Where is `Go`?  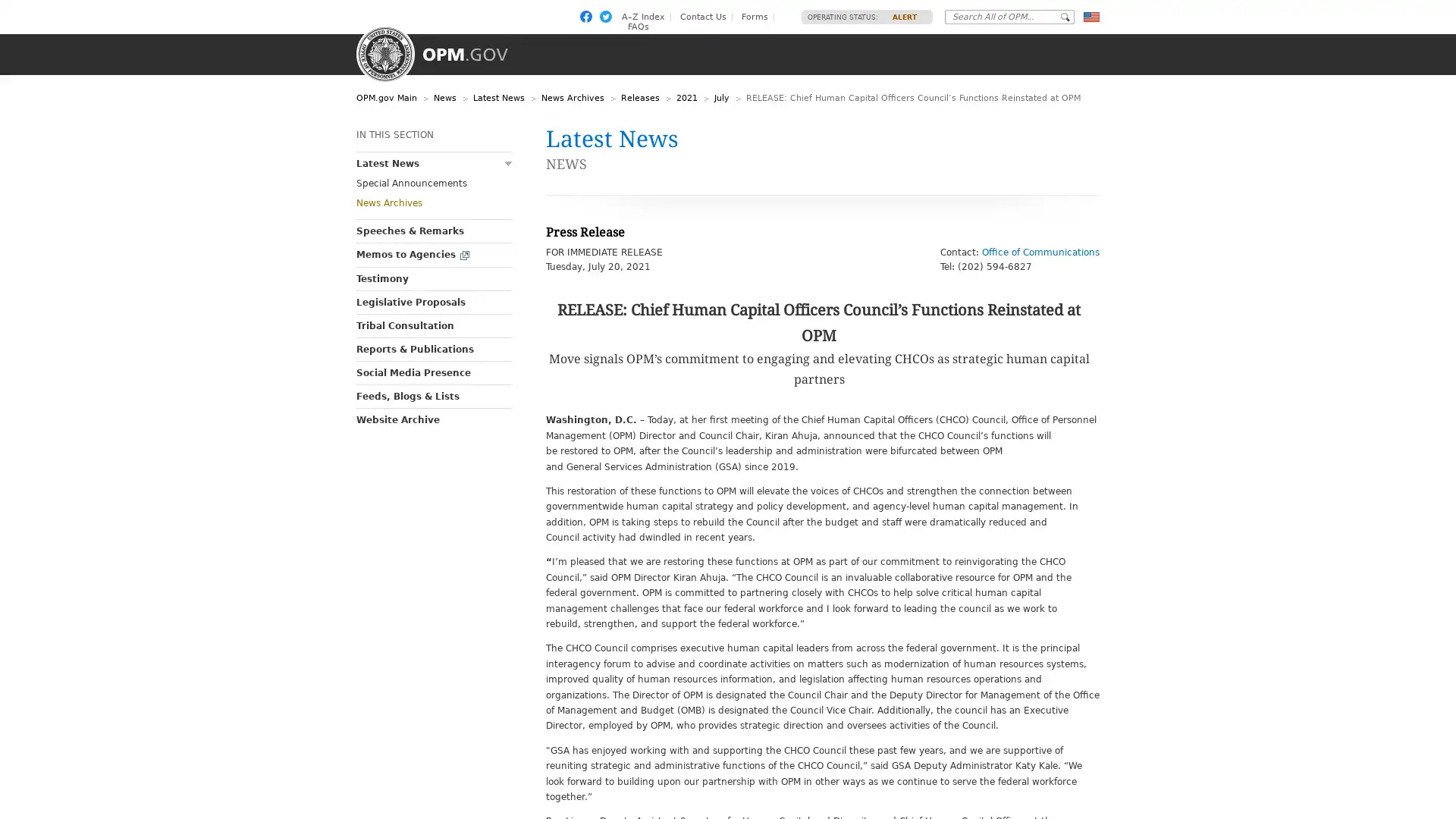 Go is located at coordinates (1065, 17).